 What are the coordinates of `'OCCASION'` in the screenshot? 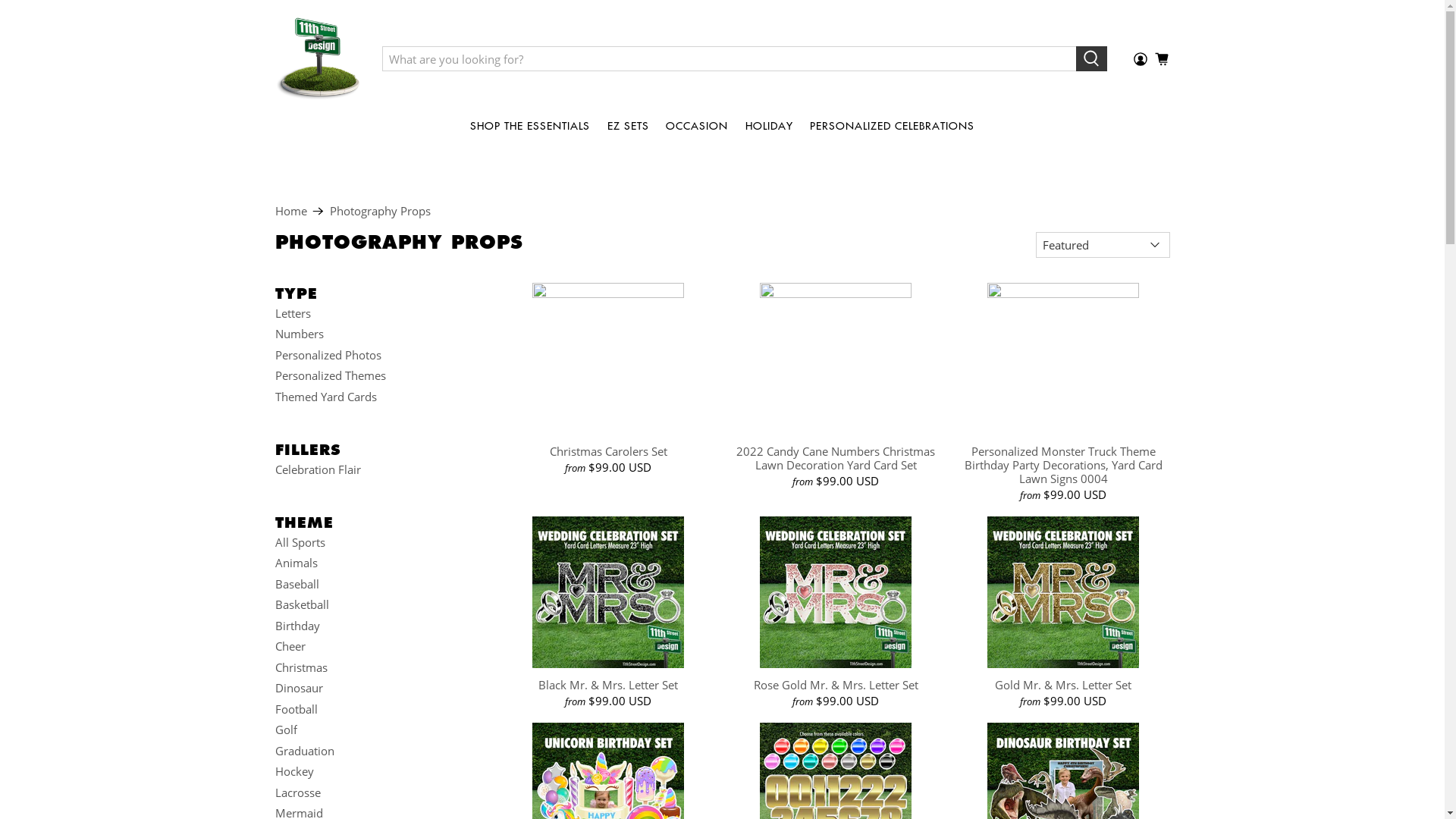 It's located at (696, 124).